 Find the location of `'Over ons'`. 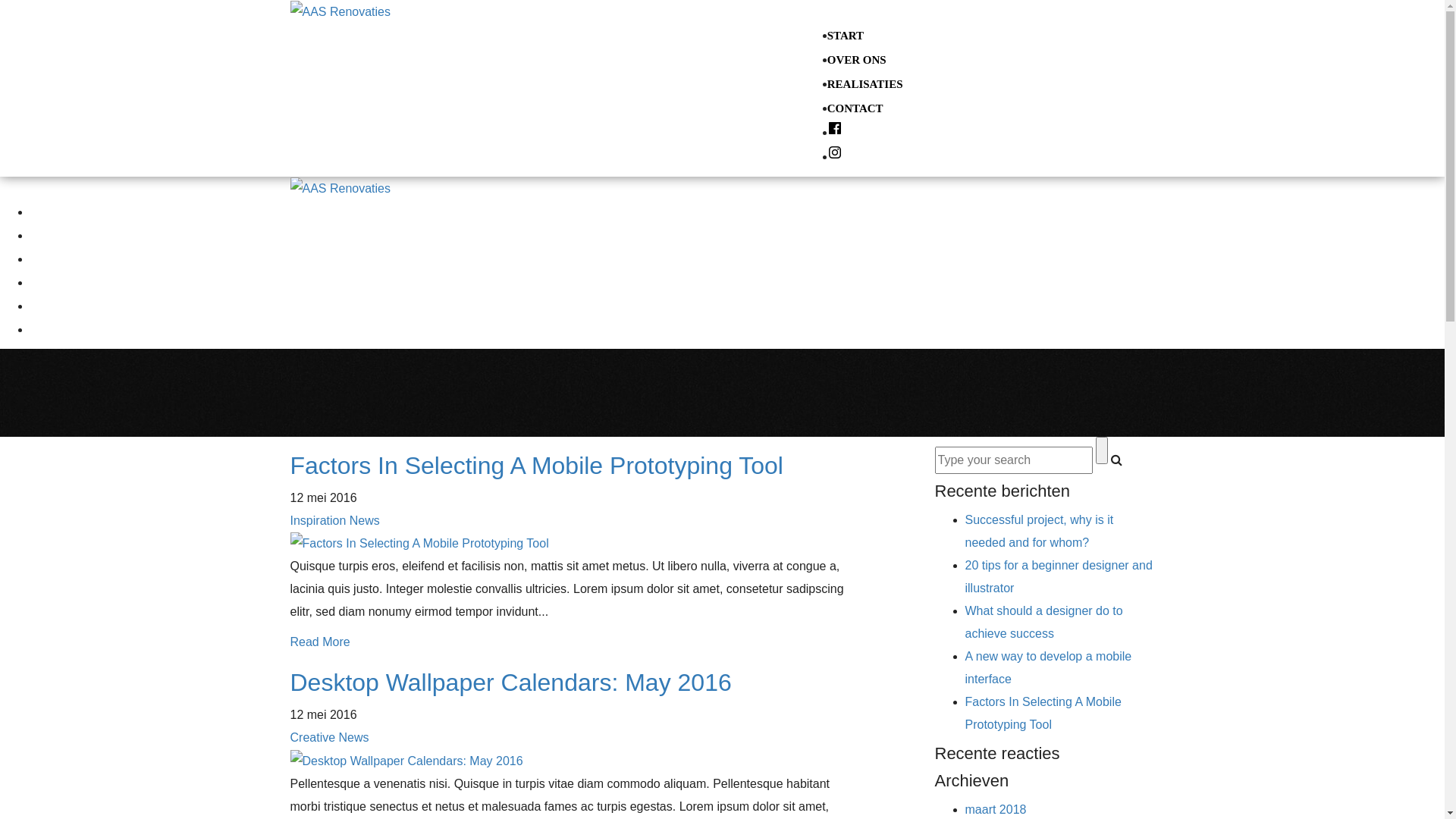

'Over ons' is located at coordinates (51, 234).